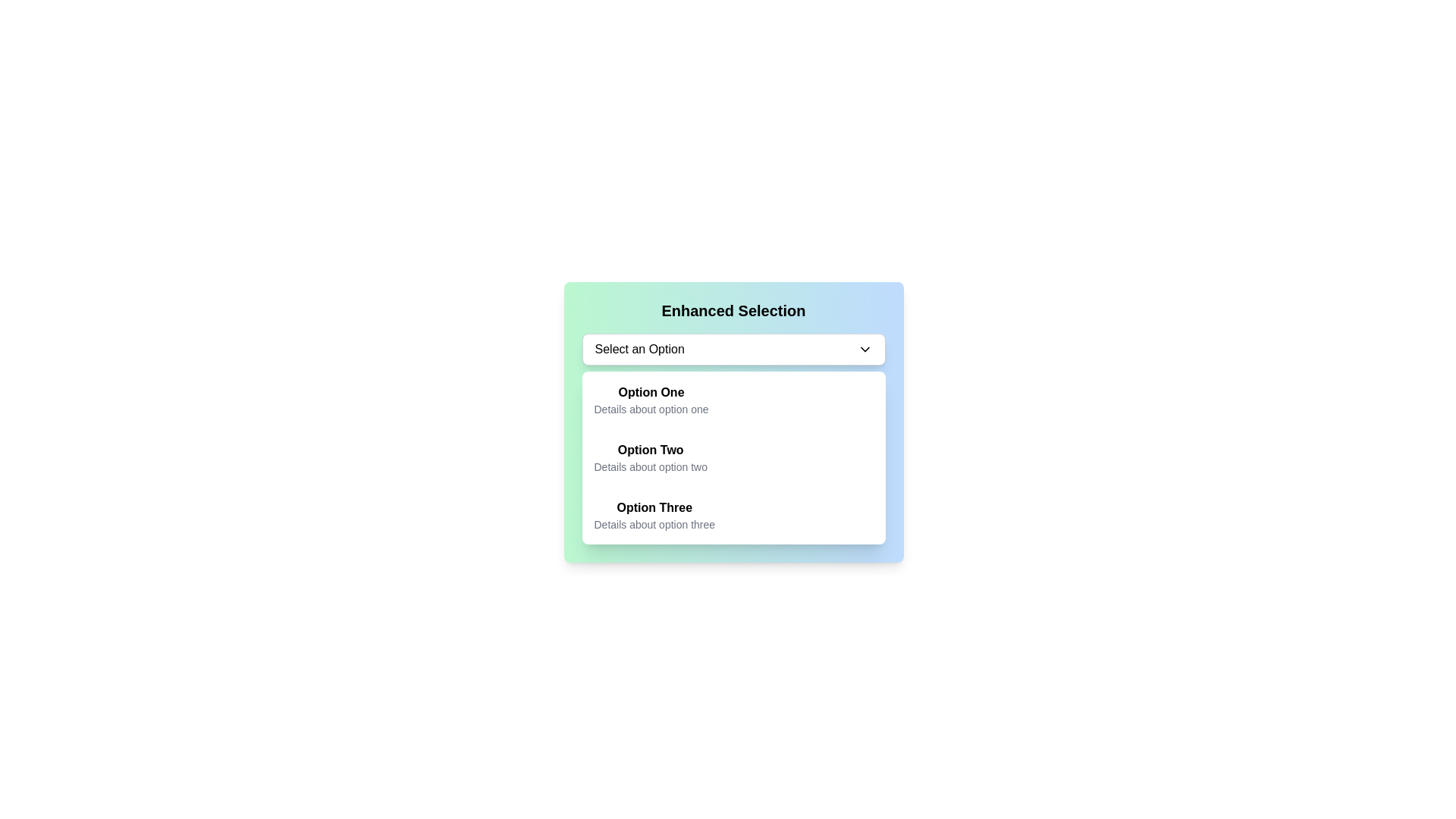 This screenshot has height=819, width=1456. What do you see at coordinates (651, 400) in the screenshot?
I see `the first listed option labeled 'Option One' in the dropdown menu of the 'Enhanced Selection' interface` at bounding box center [651, 400].